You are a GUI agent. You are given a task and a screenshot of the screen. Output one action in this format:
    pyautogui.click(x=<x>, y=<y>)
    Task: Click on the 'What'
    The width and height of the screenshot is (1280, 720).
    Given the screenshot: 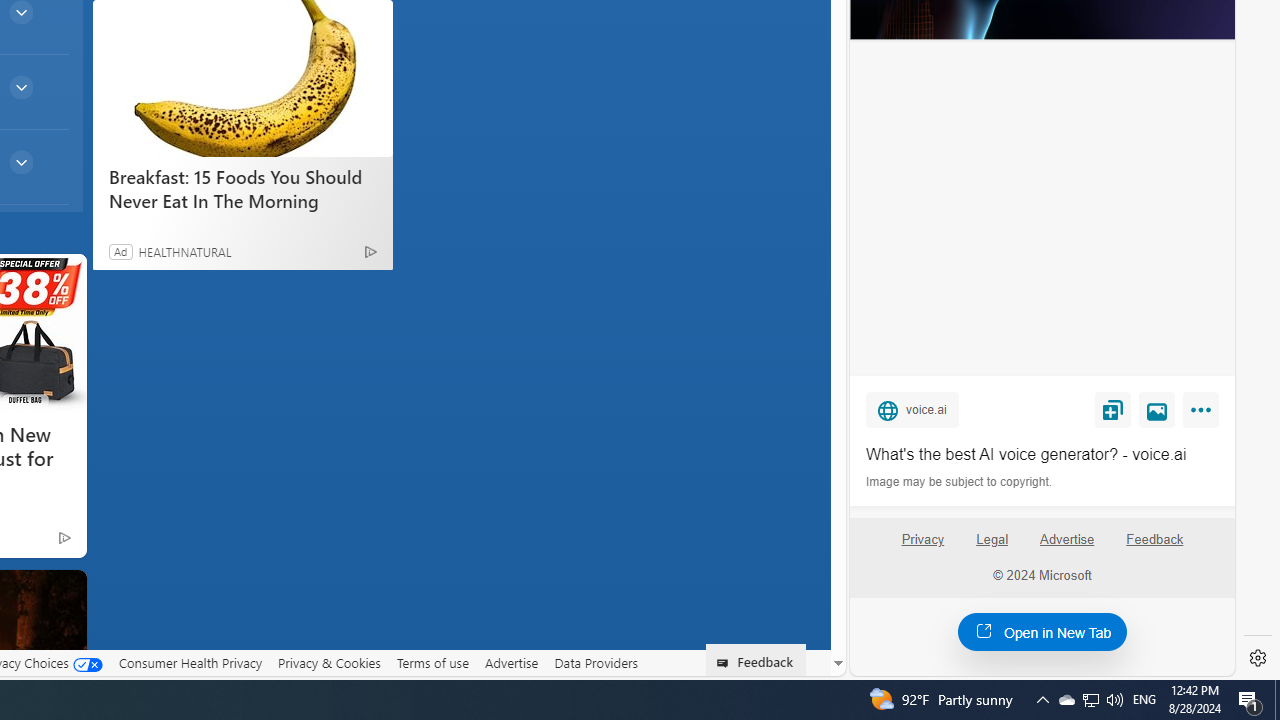 What is the action you would take?
    pyautogui.click(x=1041, y=455)
    